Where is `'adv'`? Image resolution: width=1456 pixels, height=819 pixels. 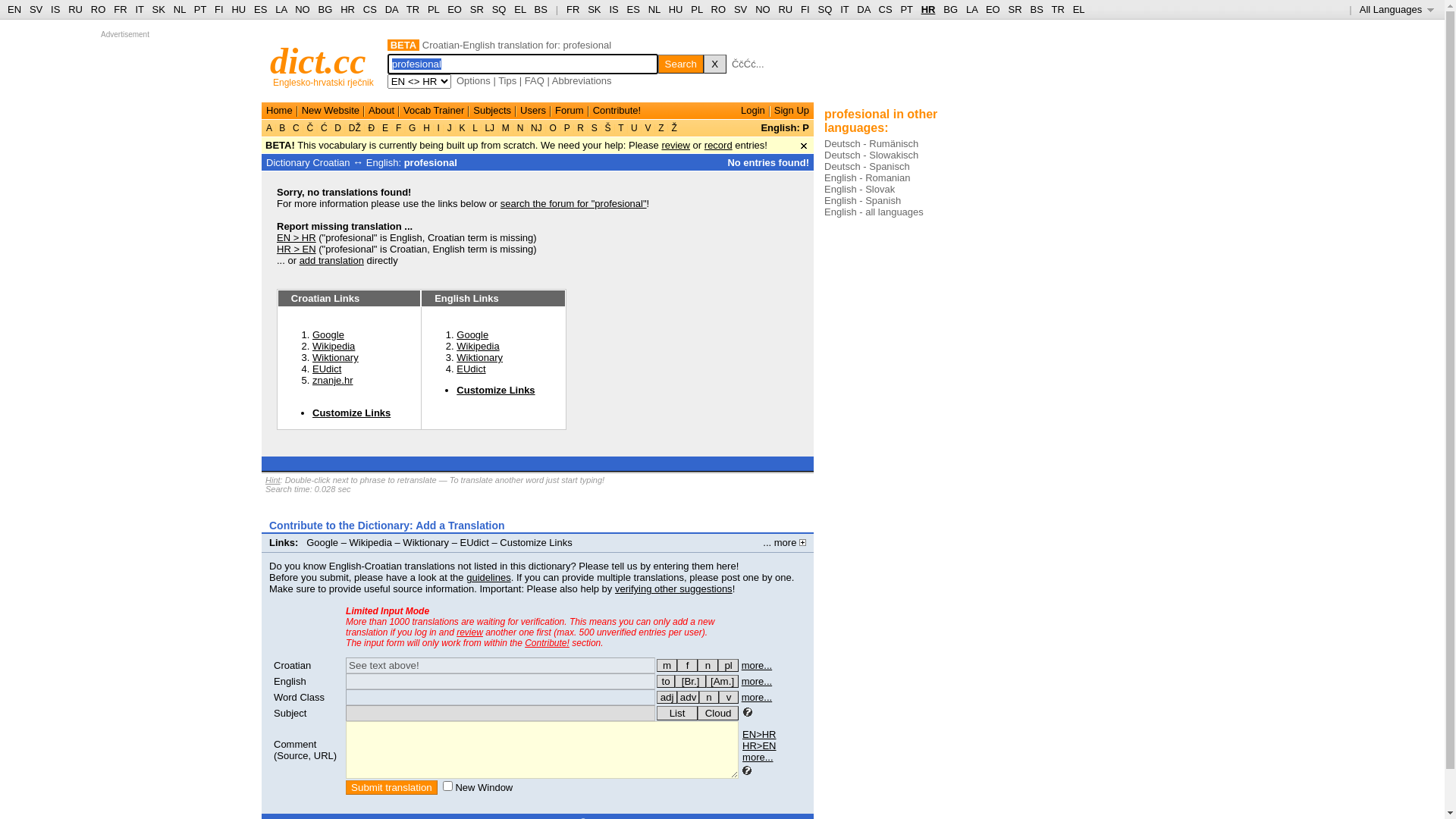 'adv' is located at coordinates (676, 697).